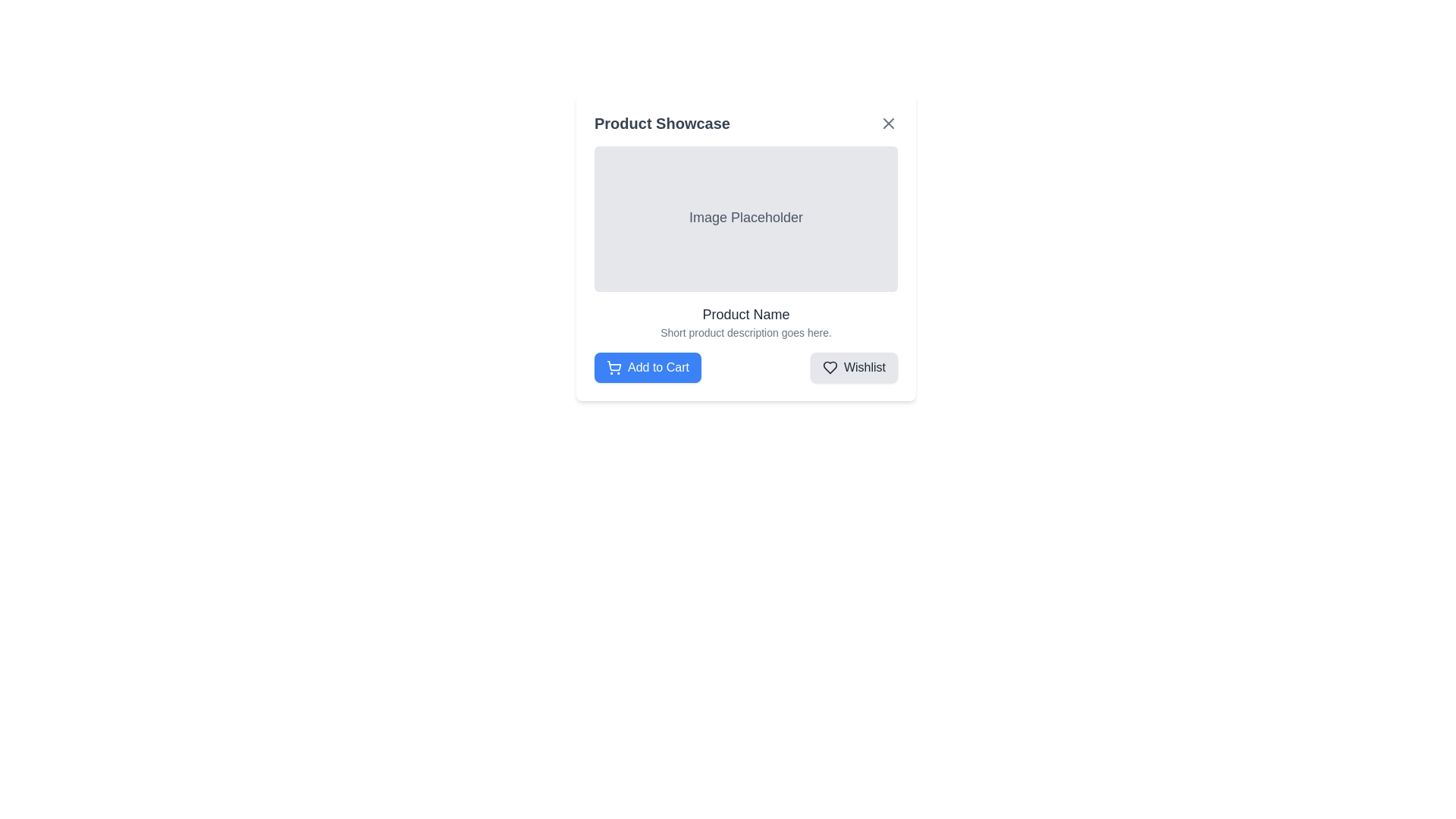 This screenshot has width=1456, height=819. I want to click on the shopping cart icon, which is an outlined SVG illustration located on the left side of the 'Add to Cart' button, so click(614, 366).